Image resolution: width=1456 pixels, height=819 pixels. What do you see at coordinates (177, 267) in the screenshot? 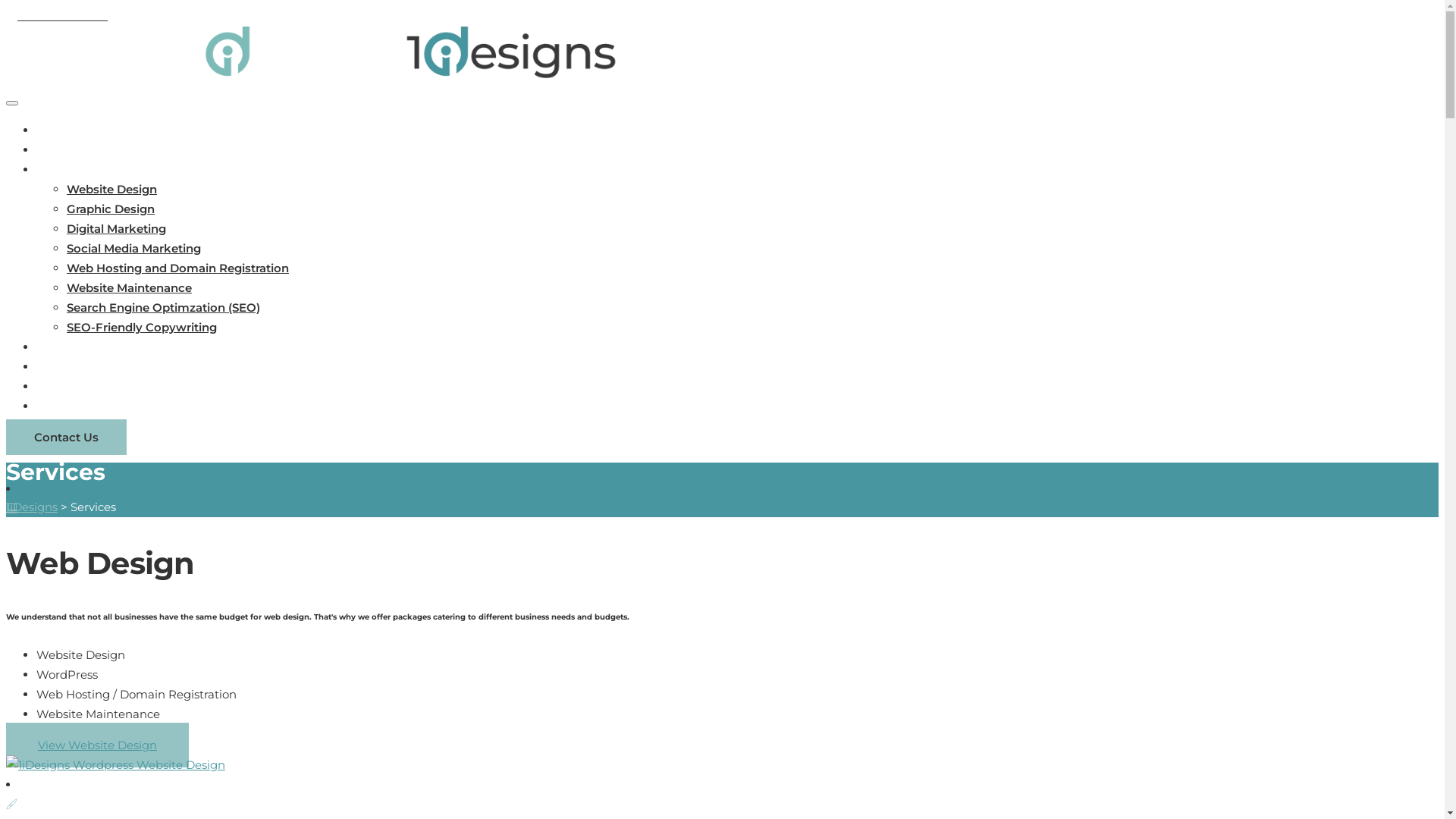
I see `'Web Hosting and Domain Registration'` at bounding box center [177, 267].